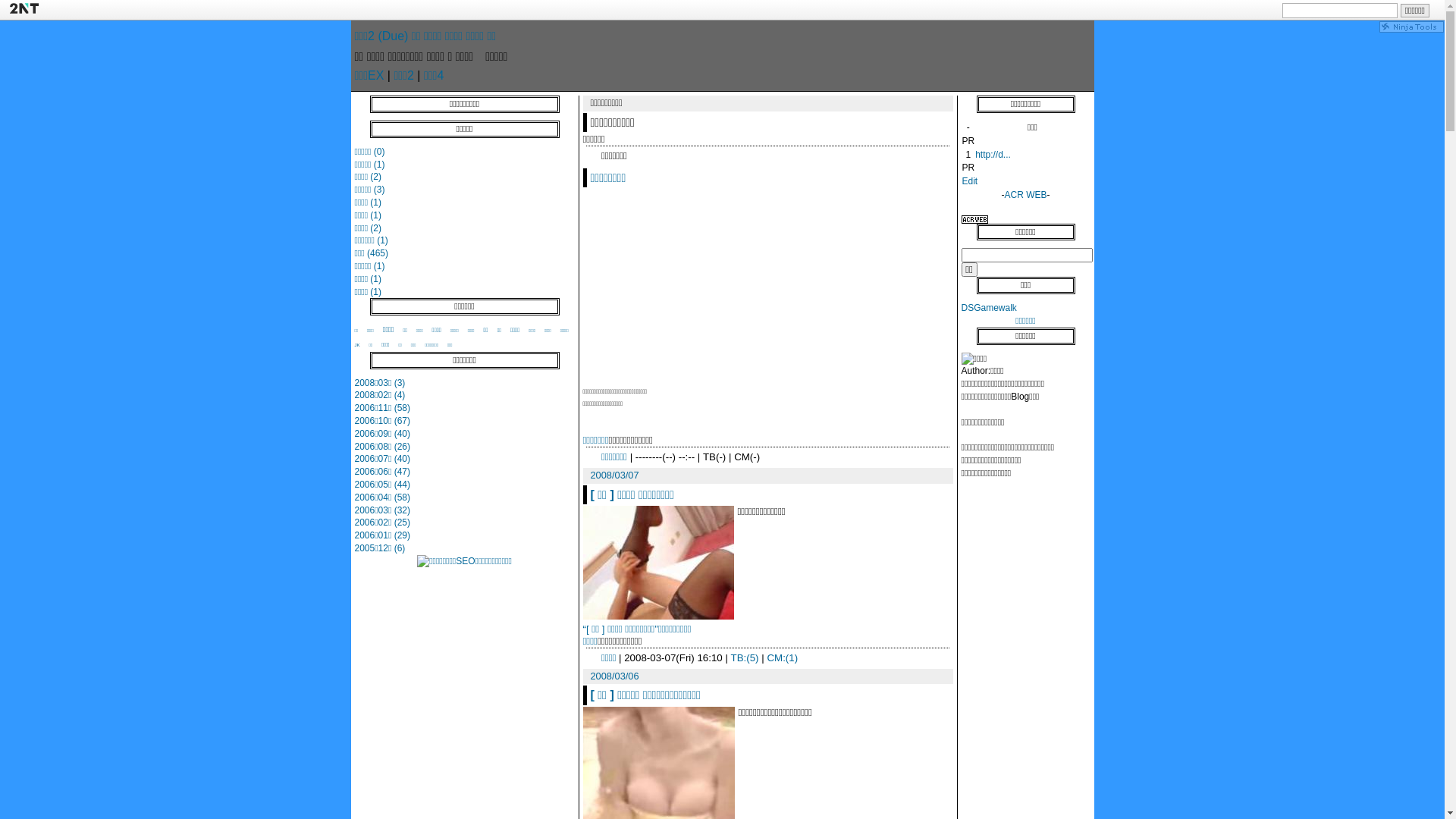  Describe the element at coordinates (767, 657) in the screenshot. I see `'CM:(1)'` at that location.